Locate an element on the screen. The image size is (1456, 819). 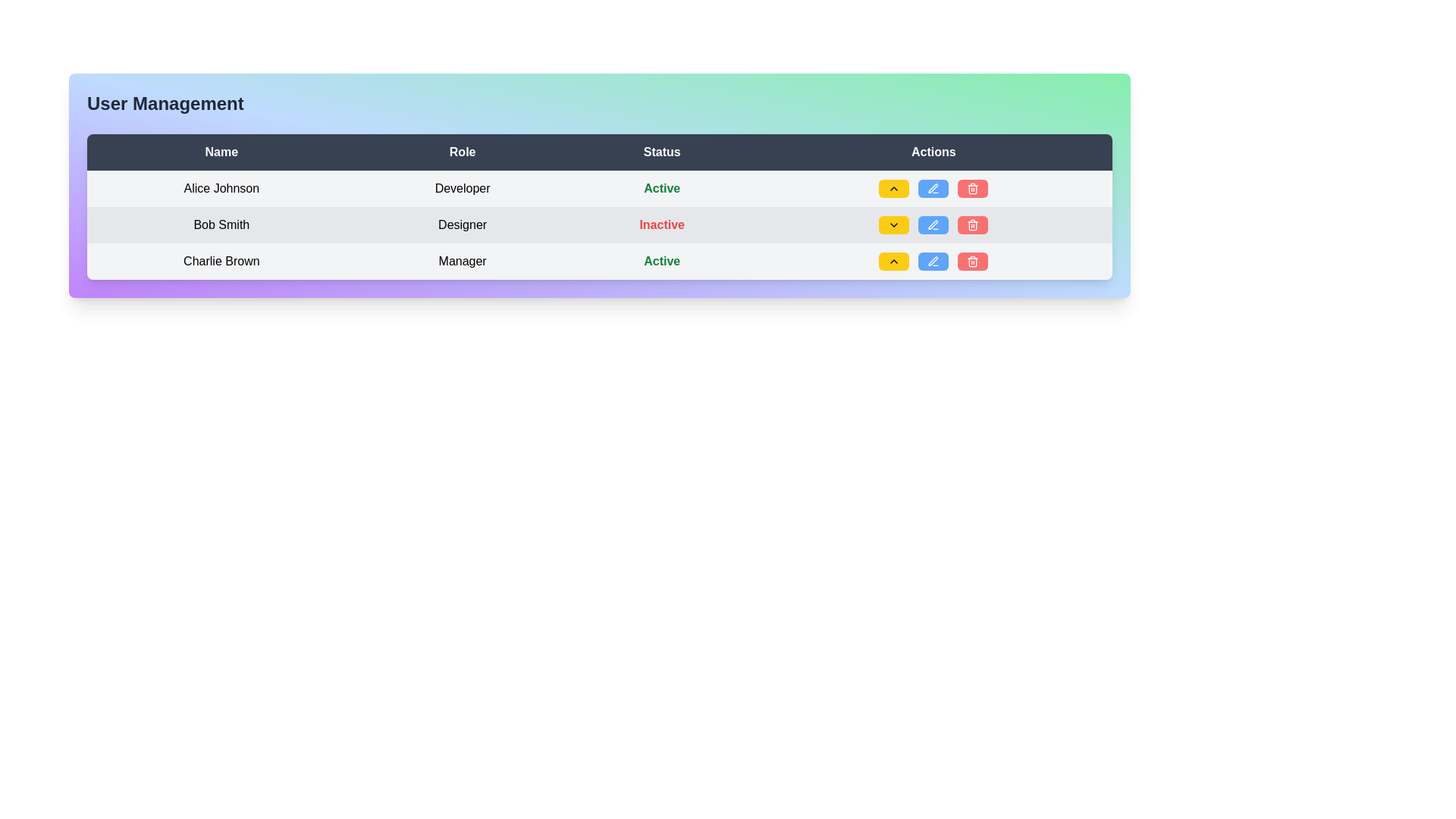
the blue rounded rectangular button with a pen icon located in the 'Actions' column of the second row in the table, which is the second button in a group of three interactive buttons is located at coordinates (933, 188).